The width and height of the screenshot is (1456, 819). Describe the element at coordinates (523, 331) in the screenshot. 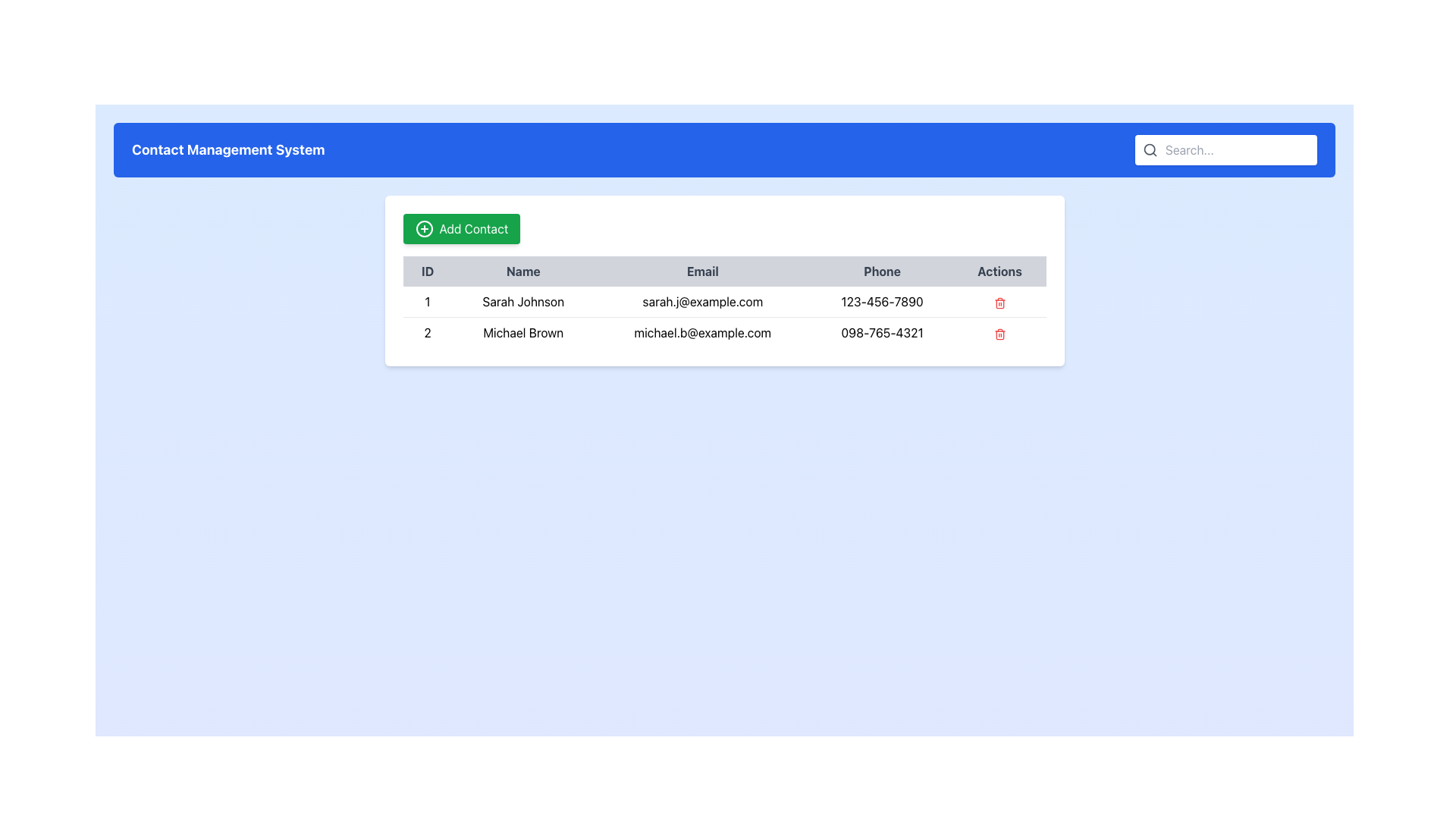

I see `the text display showing 'Michael Brown', located in the second row of the table under the 'Name' column` at that location.